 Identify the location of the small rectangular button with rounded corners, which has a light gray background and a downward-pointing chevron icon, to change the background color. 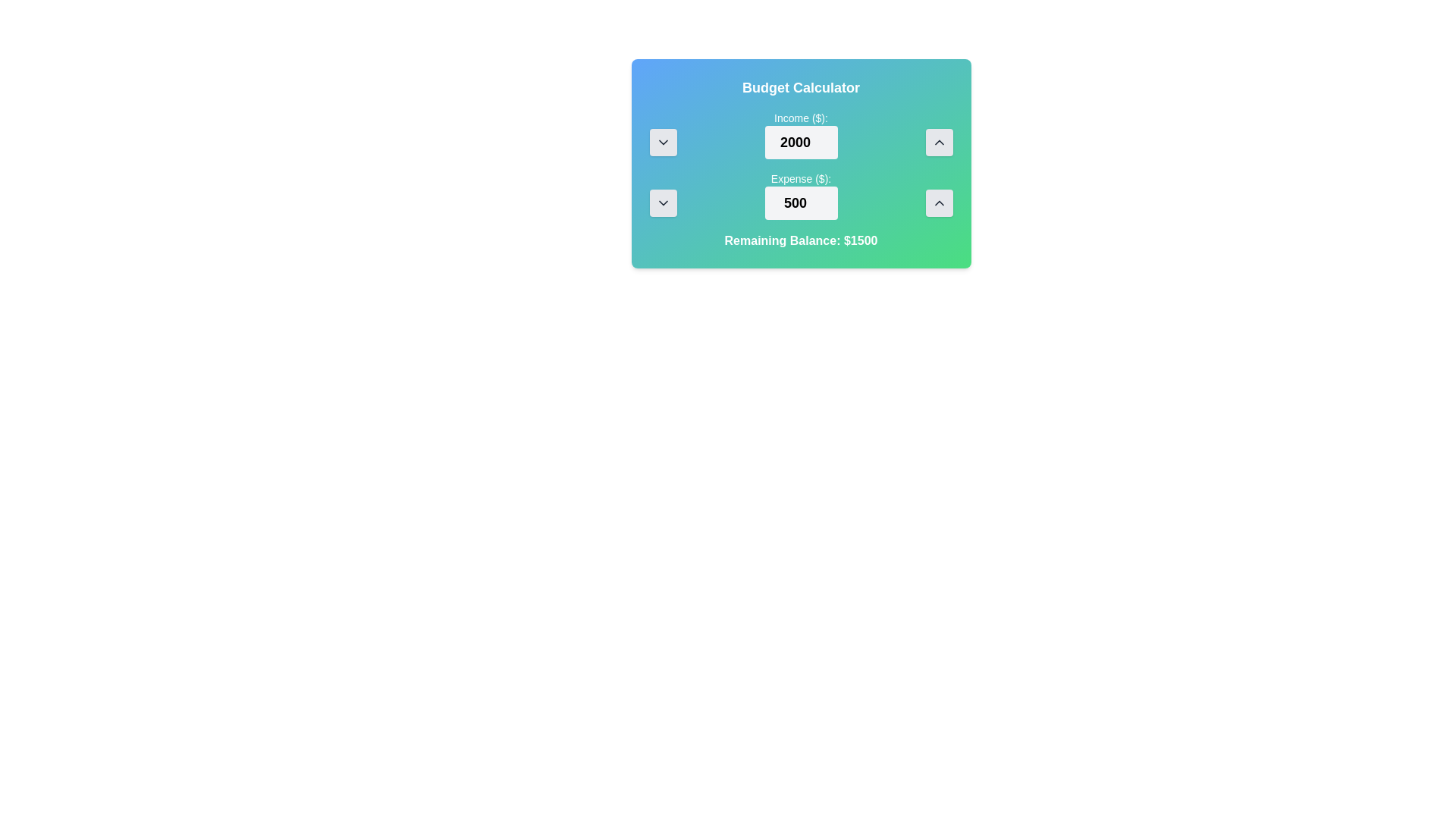
(663, 143).